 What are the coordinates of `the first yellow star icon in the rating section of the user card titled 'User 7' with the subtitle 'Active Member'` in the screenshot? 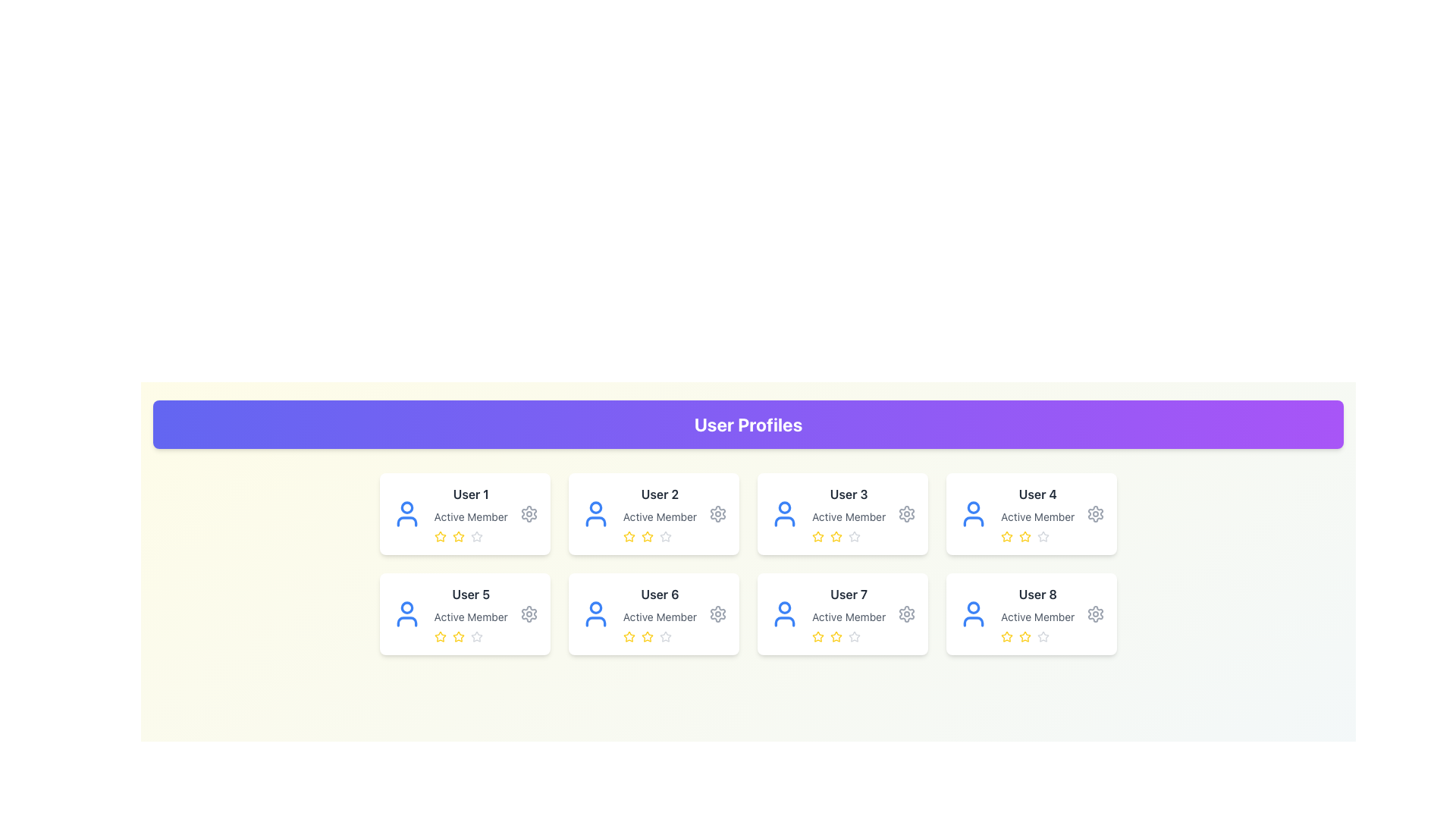 It's located at (817, 637).